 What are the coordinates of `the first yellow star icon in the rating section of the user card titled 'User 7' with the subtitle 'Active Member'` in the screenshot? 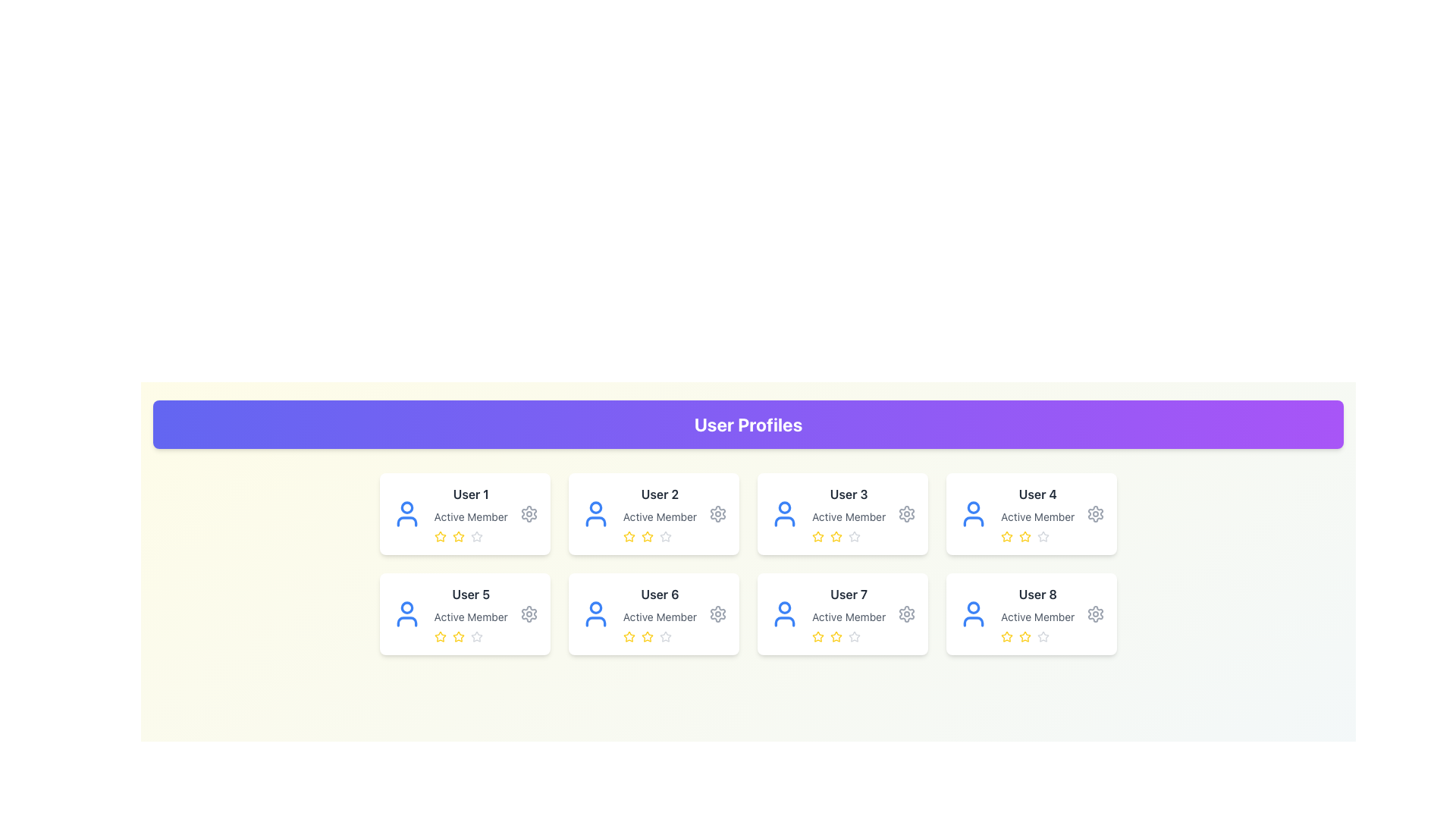 It's located at (817, 637).